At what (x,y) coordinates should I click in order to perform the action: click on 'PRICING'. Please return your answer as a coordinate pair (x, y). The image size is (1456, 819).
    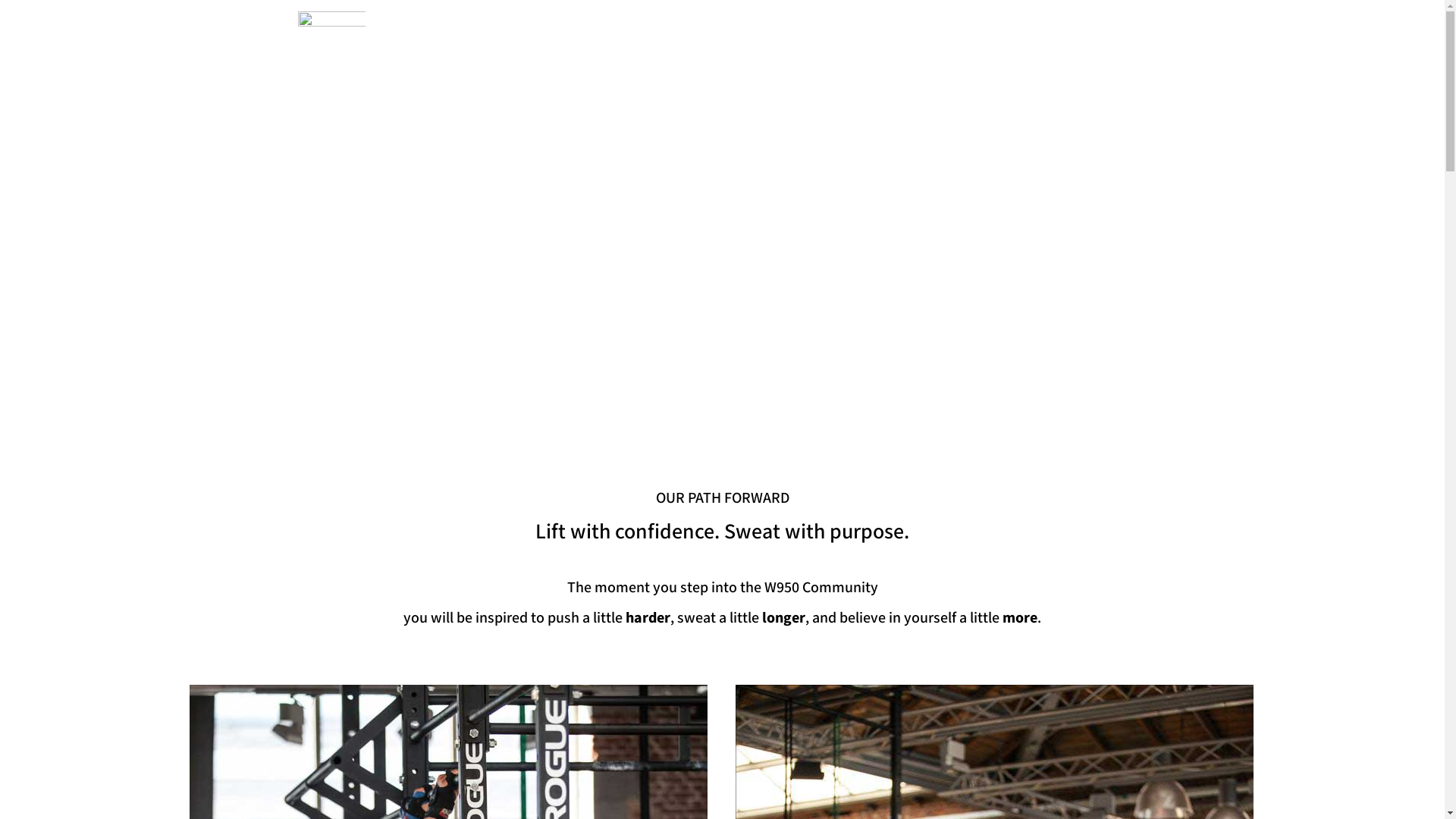
    Looking at the image, I should click on (926, 29).